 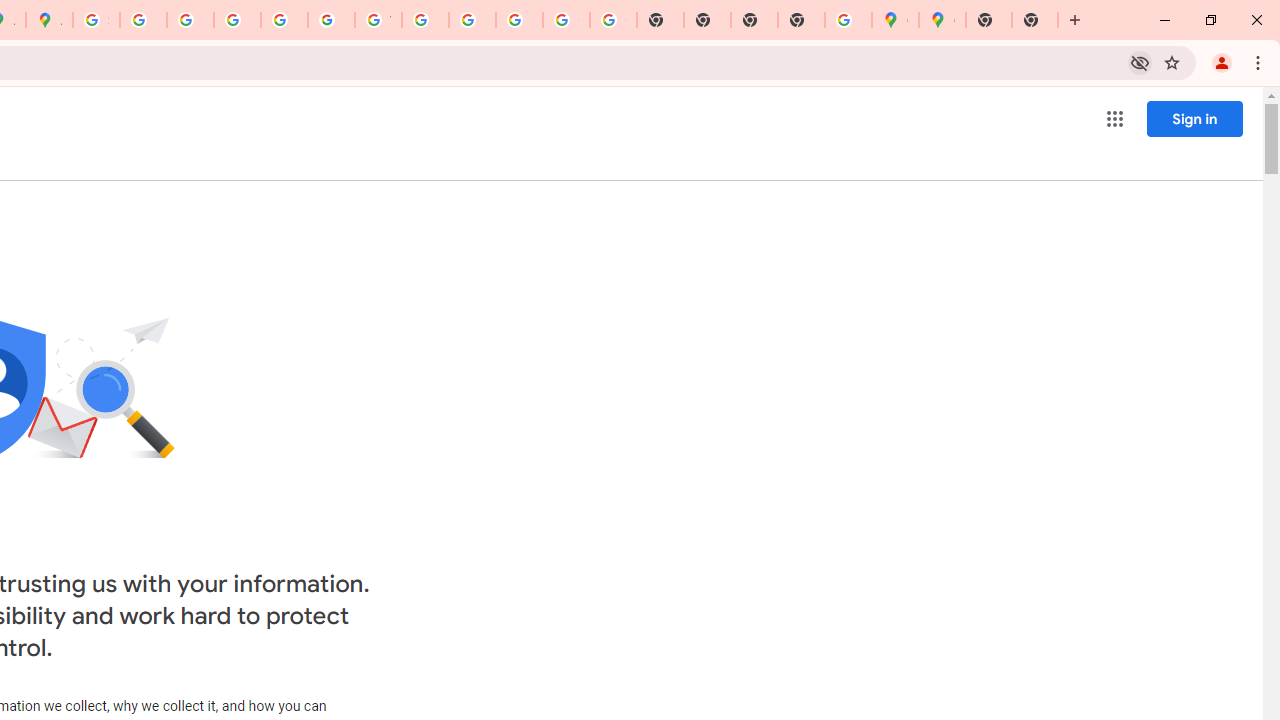 What do you see at coordinates (989, 20) in the screenshot?
I see `'New Tab'` at bounding box center [989, 20].